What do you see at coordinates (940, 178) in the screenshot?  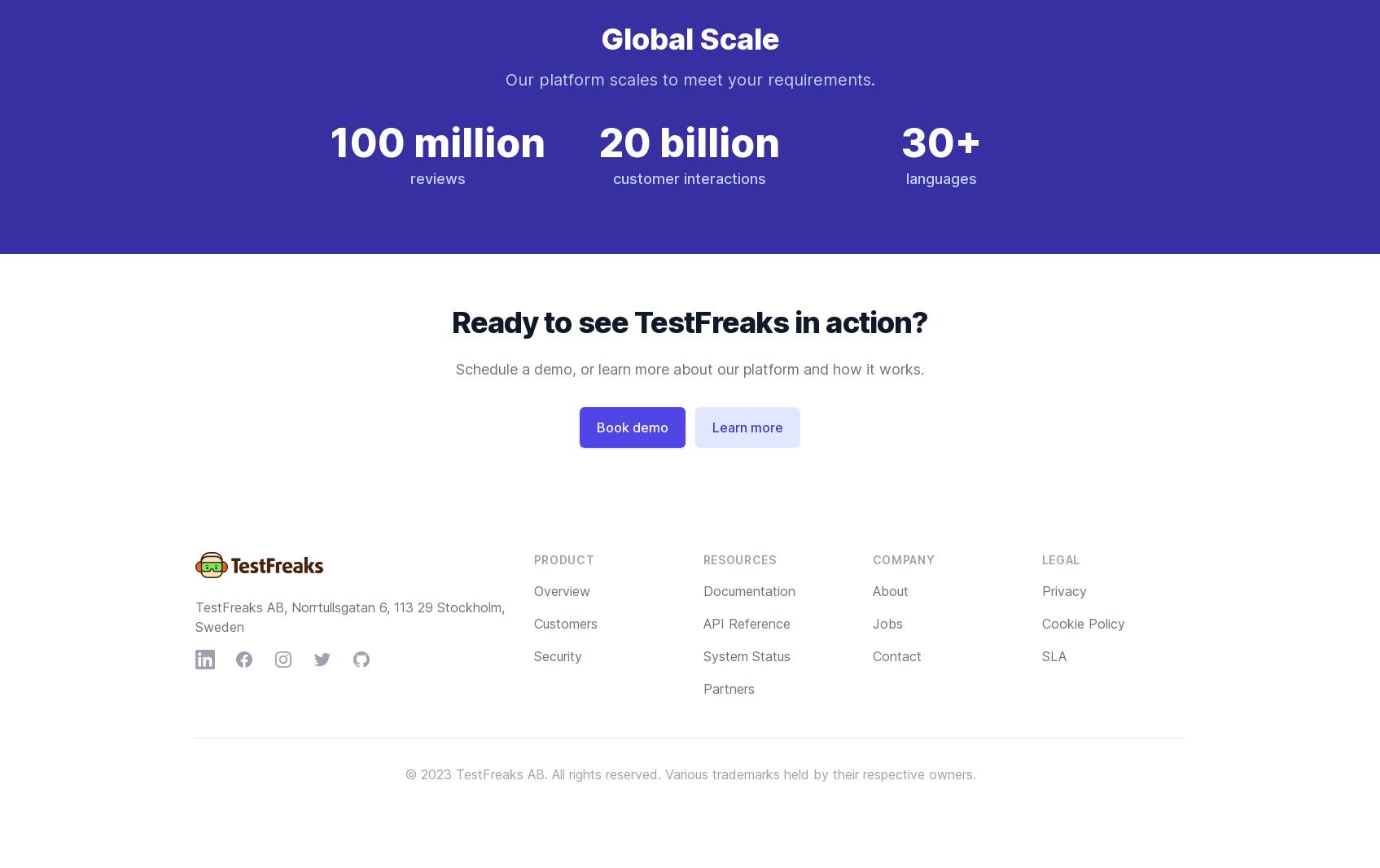 I see `'languages'` at bounding box center [940, 178].